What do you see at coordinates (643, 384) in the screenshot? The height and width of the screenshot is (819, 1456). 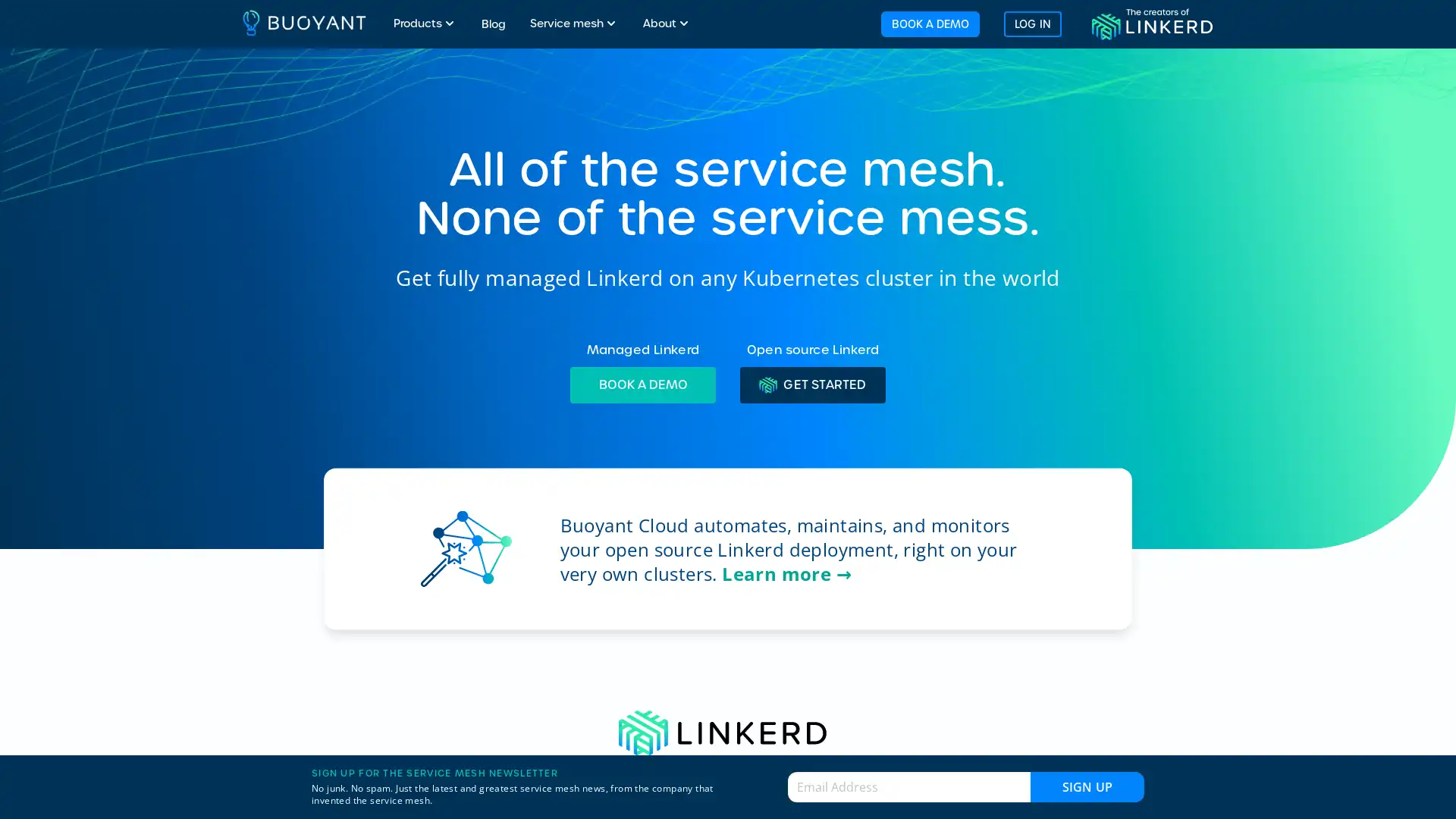 I see `BOOK A DEMO` at bounding box center [643, 384].